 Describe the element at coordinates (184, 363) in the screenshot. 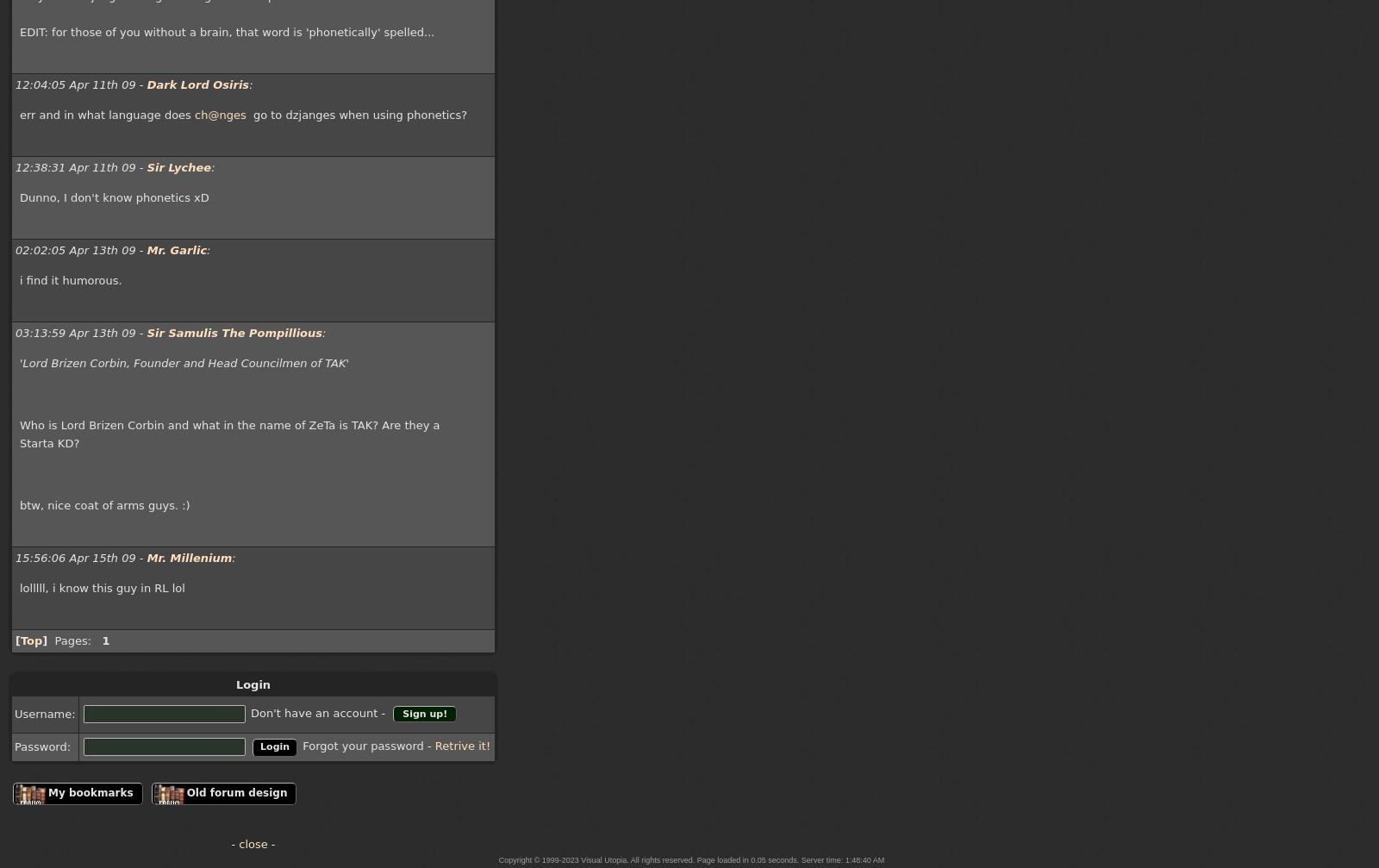

I see `''Lord Brizen Corbin, Founder and Head Councilmen of TAK''` at that location.